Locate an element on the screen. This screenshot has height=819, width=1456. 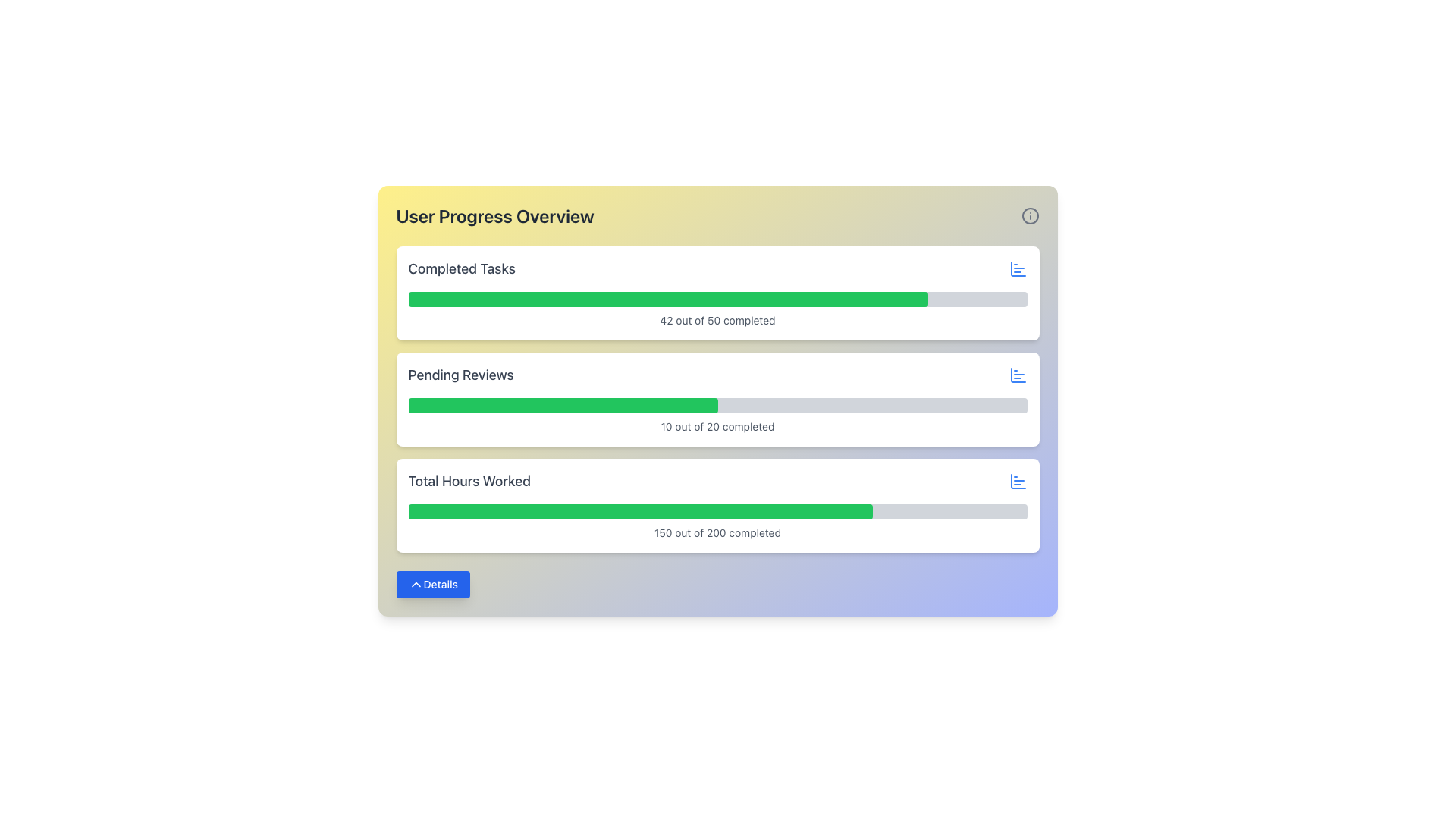
the blue rectangular button labeled 'Details' with a white chevron icon is located at coordinates (432, 584).